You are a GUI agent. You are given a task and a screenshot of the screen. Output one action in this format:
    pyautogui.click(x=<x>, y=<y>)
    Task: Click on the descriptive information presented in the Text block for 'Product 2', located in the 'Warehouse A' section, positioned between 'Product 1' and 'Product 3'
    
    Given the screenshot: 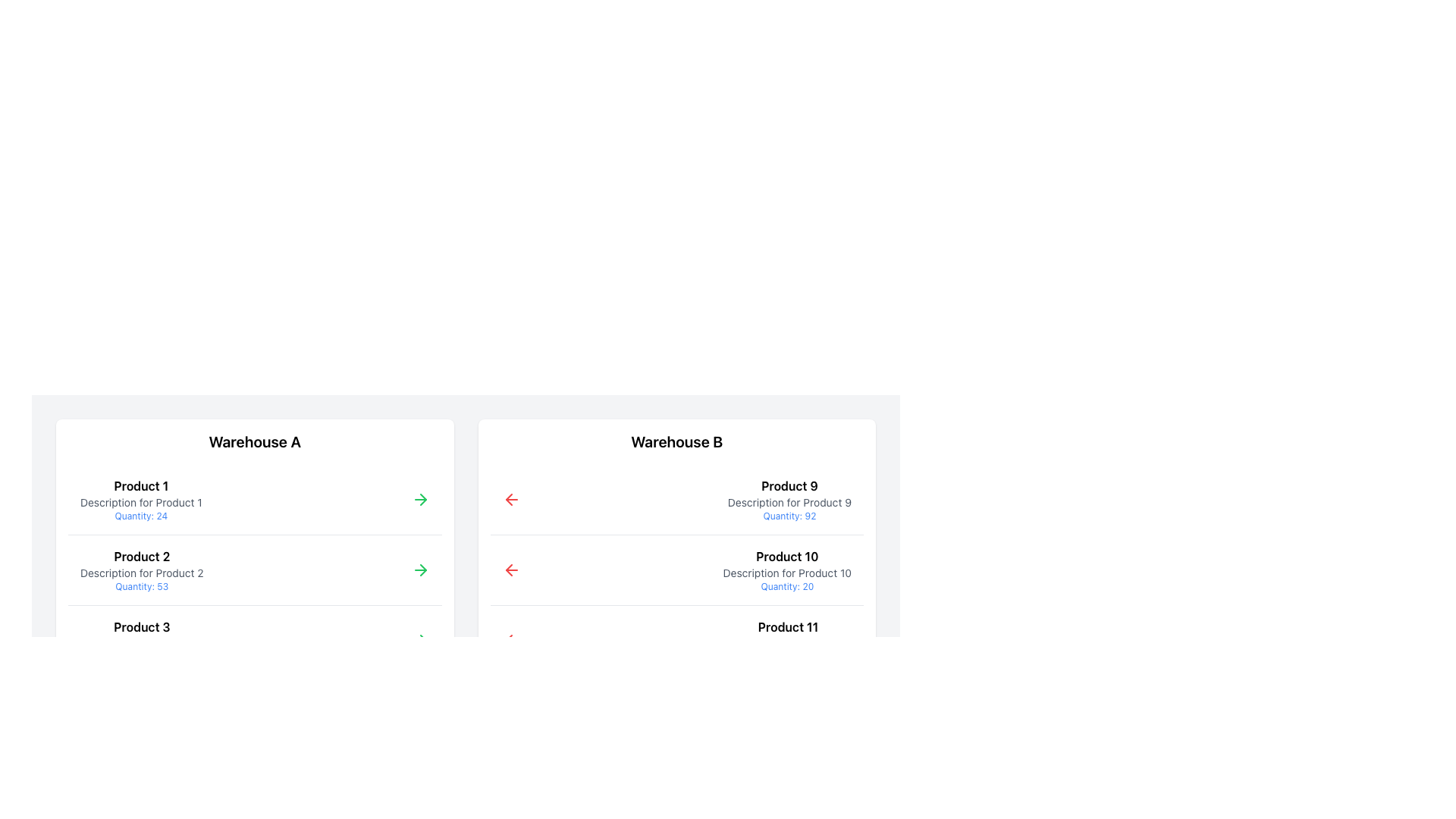 What is the action you would take?
    pyautogui.click(x=142, y=570)
    